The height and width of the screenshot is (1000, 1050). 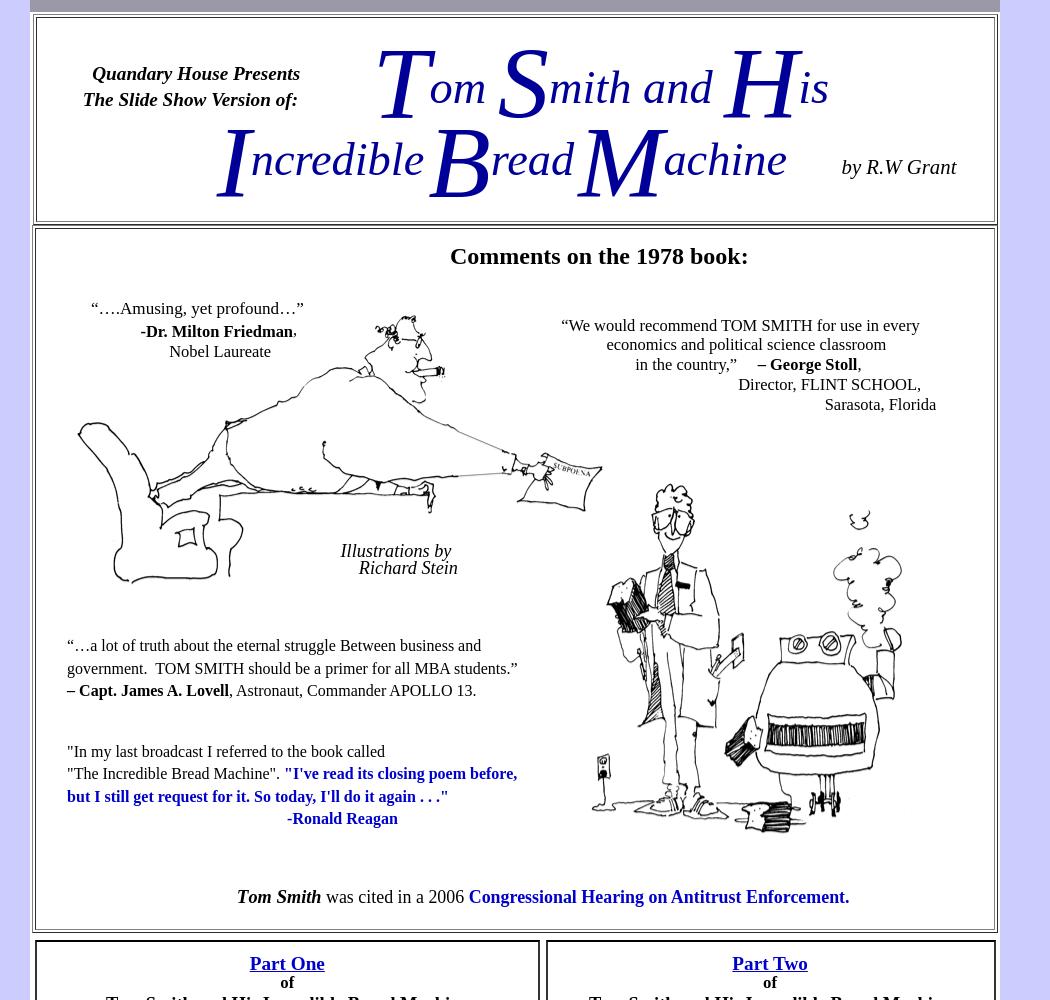 I want to click on 'mith', so click(x=285, y=896).